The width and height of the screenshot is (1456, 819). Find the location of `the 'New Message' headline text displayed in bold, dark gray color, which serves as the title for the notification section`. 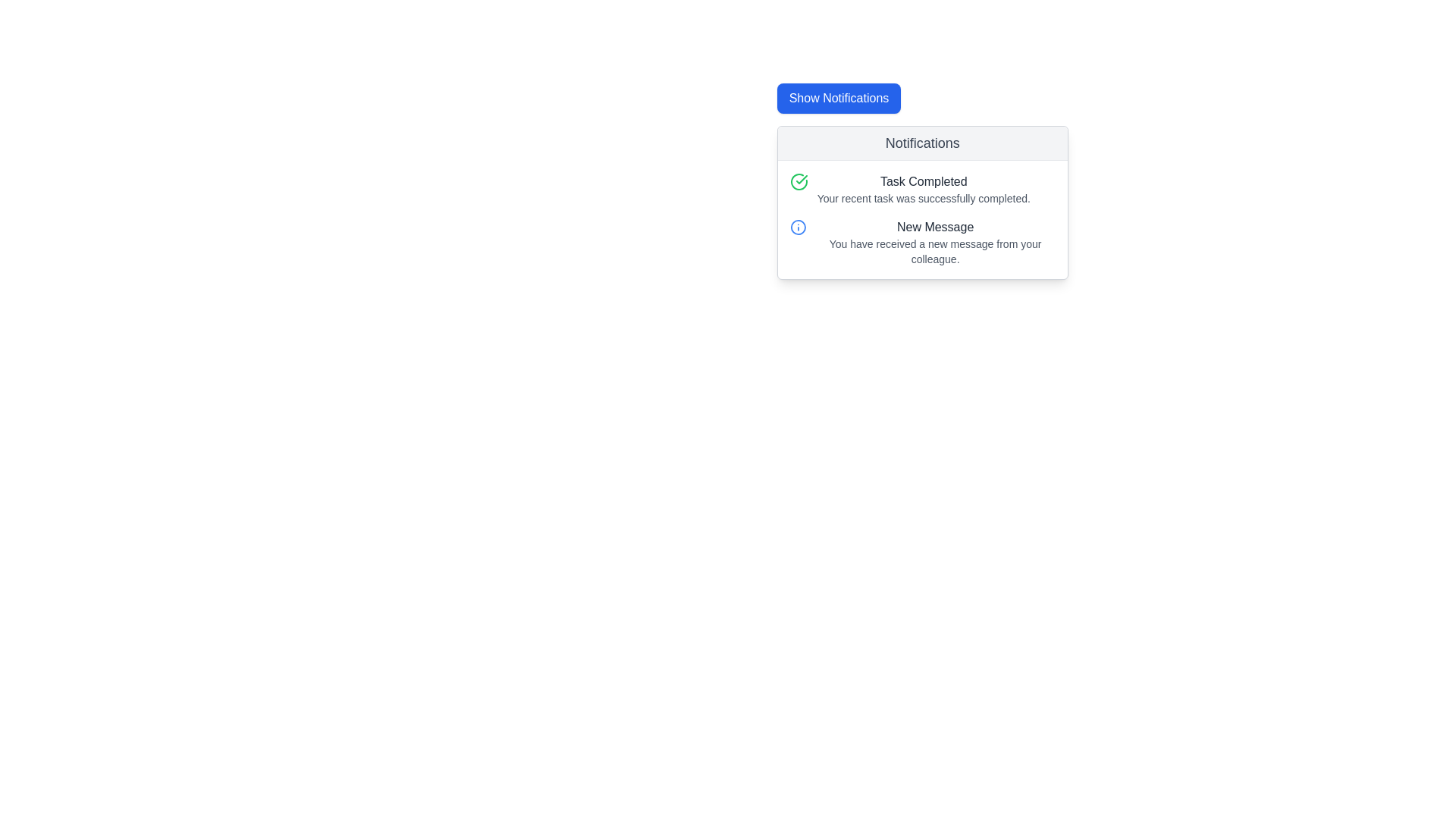

the 'New Message' headline text displayed in bold, dark gray color, which serves as the title for the notification section is located at coordinates (934, 227).